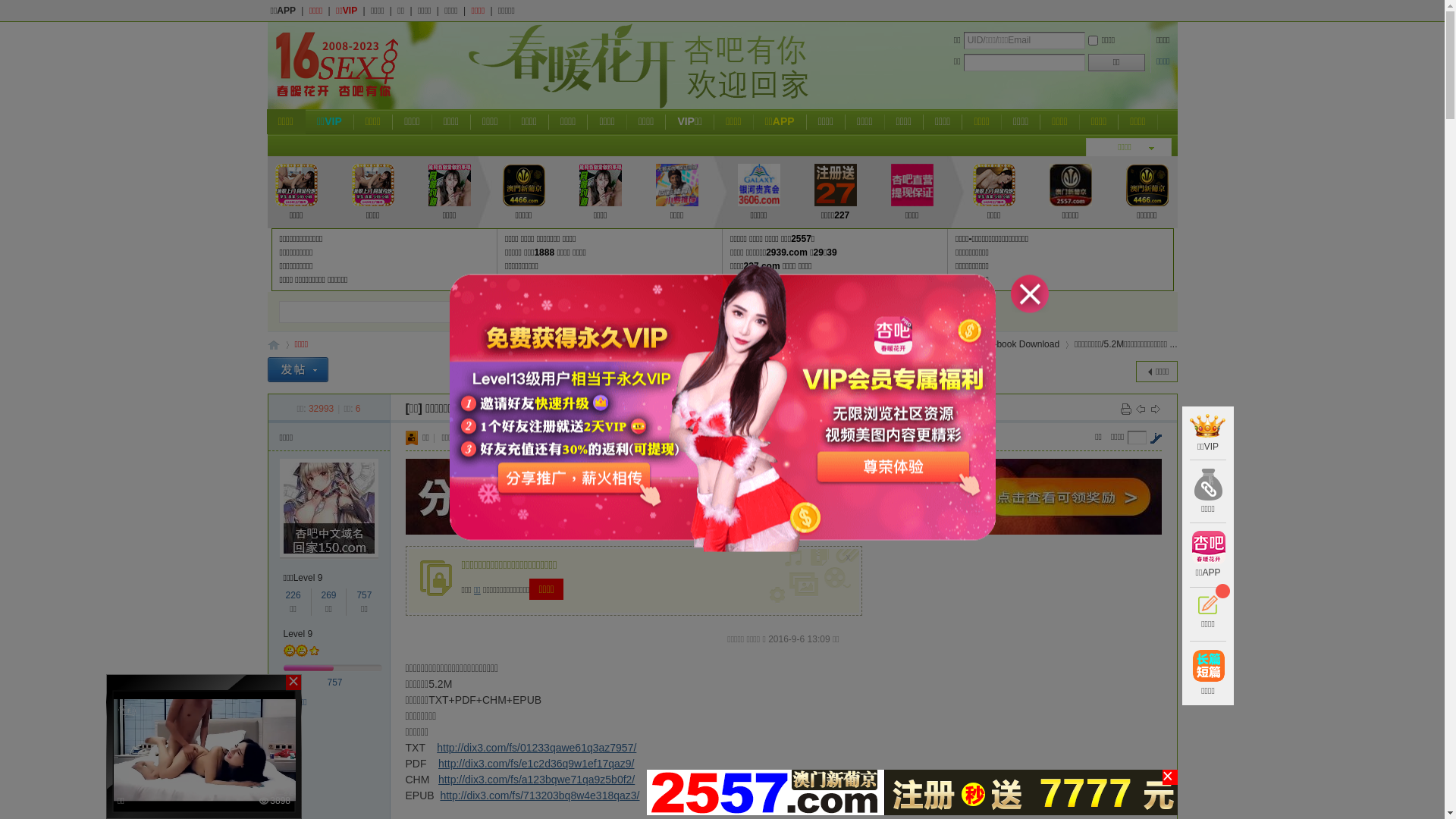  What do you see at coordinates (293, 595) in the screenshot?
I see `'226'` at bounding box center [293, 595].